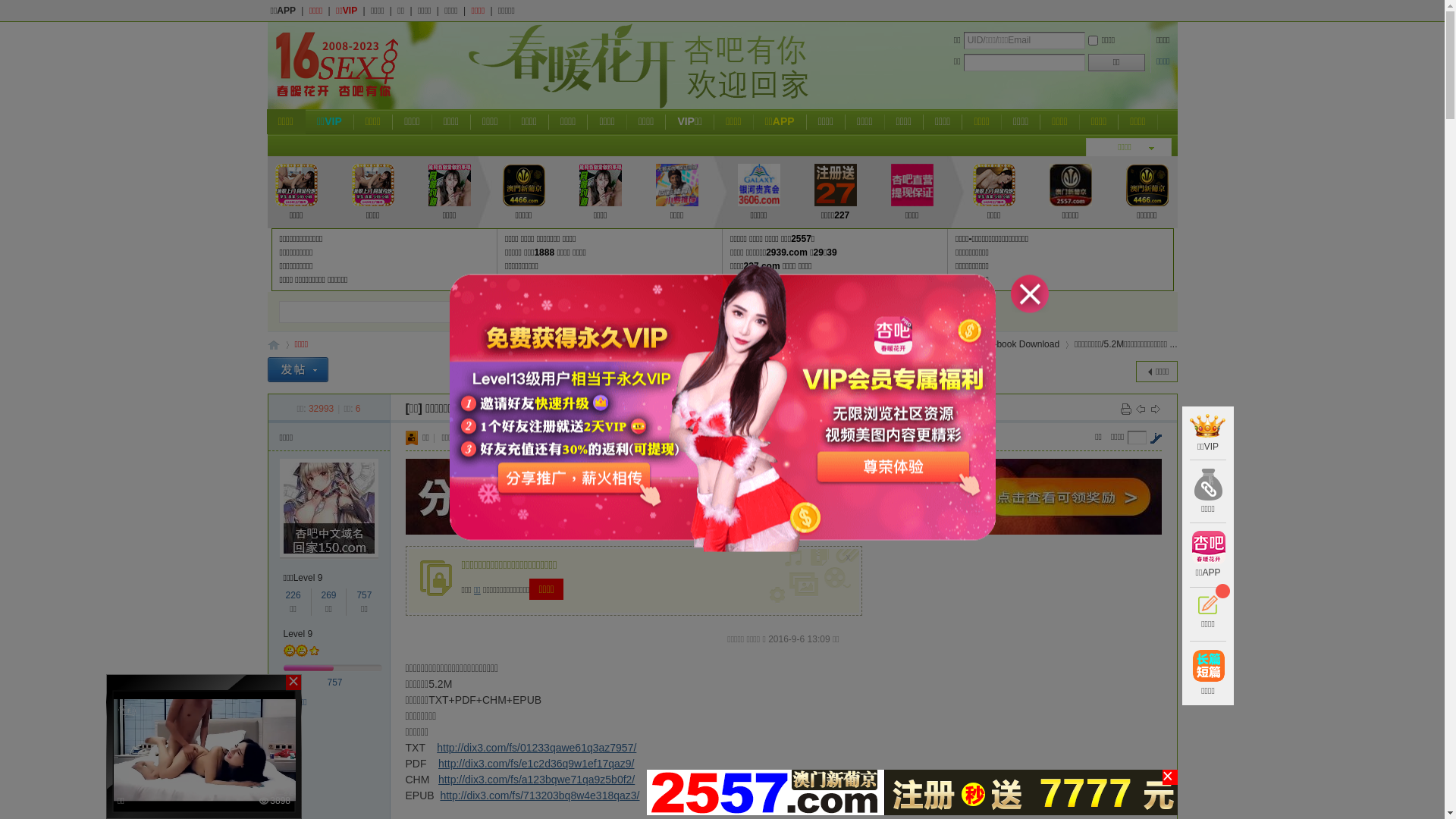  What do you see at coordinates (293, 595) in the screenshot?
I see `'226'` at bounding box center [293, 595].